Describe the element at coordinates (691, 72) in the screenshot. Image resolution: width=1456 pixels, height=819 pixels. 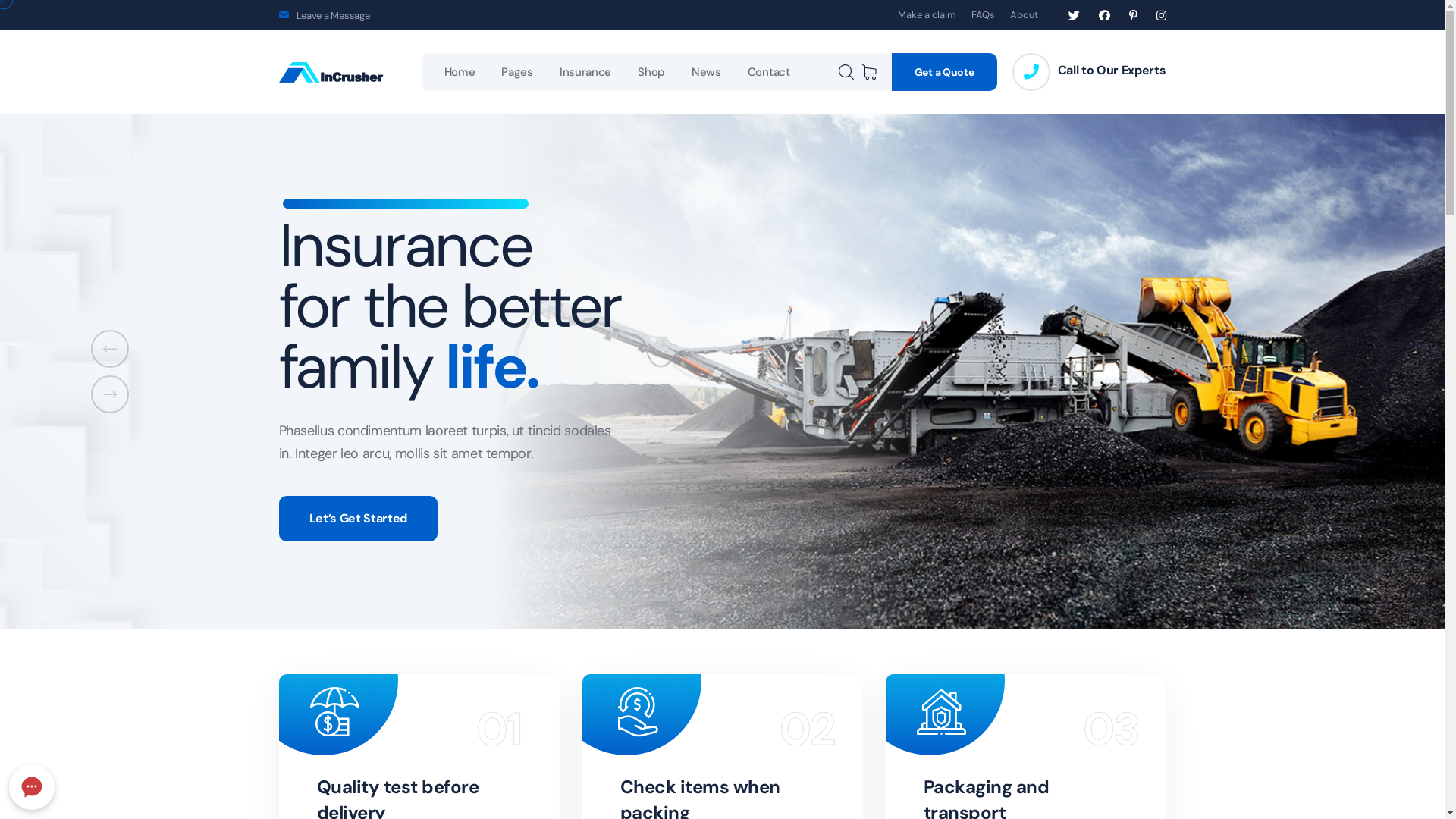
I see `'News'` at that location.